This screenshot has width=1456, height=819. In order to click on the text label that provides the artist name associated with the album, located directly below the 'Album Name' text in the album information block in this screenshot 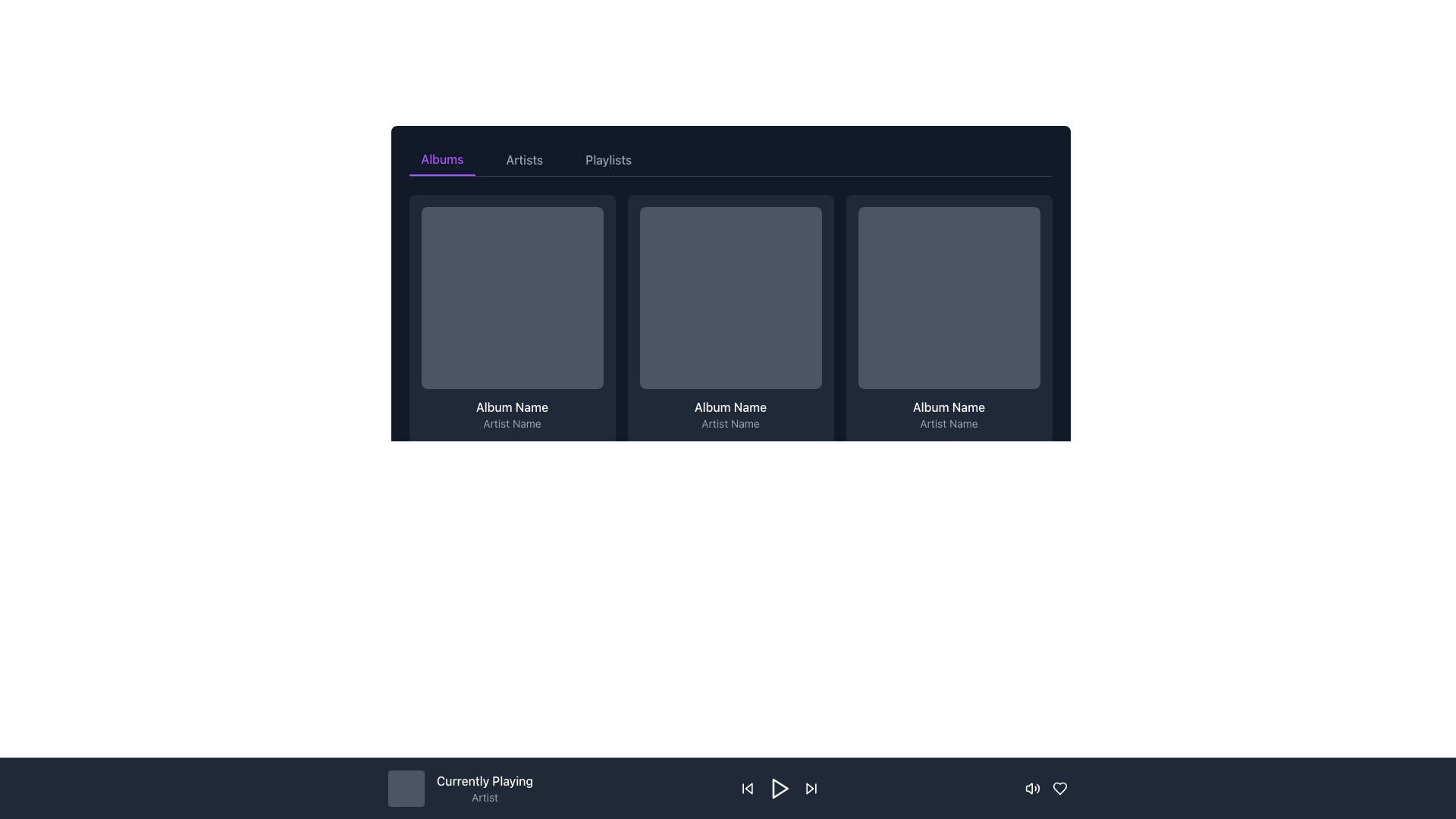, I will do `click(512, 424)`.